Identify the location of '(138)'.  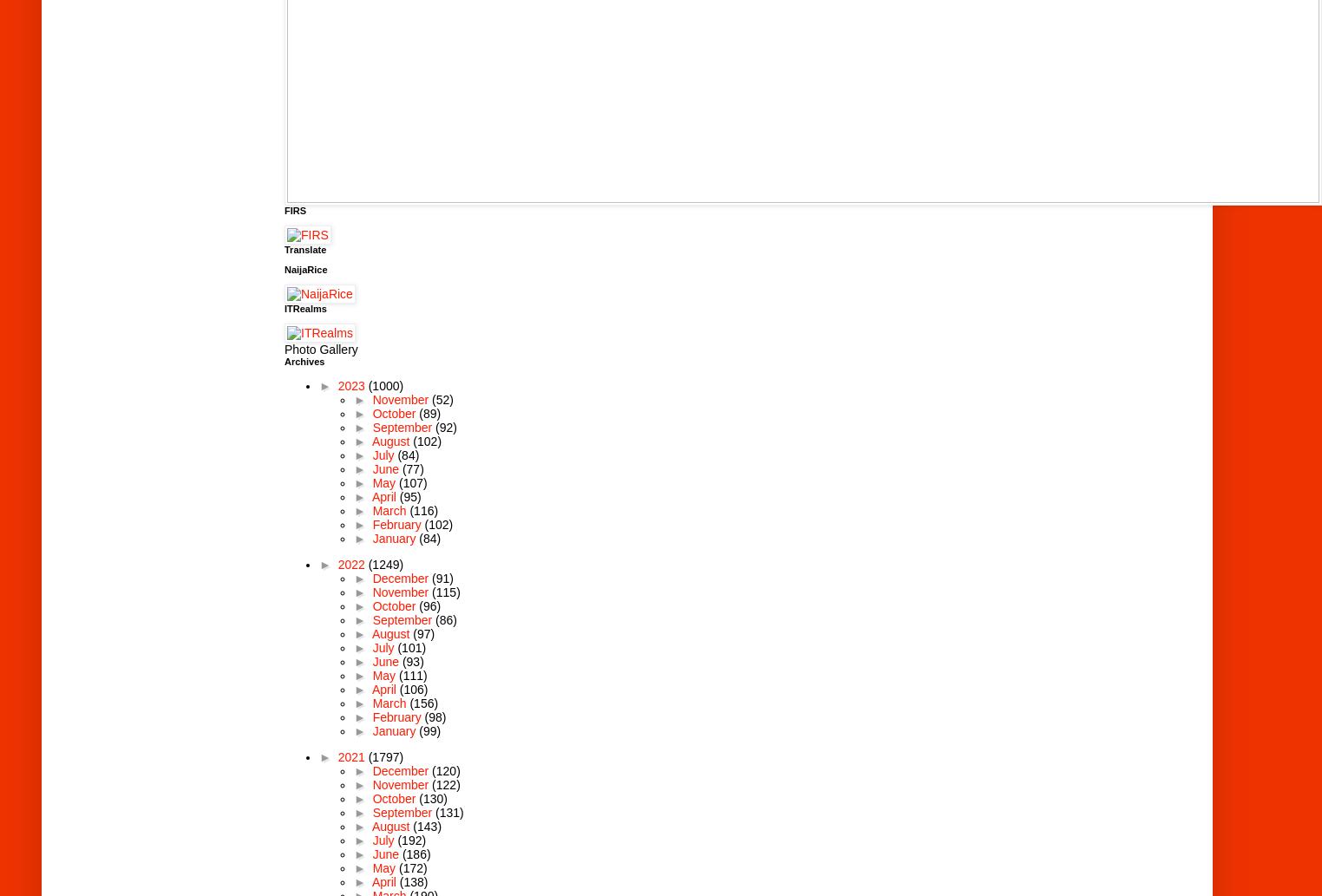
(413, 880).